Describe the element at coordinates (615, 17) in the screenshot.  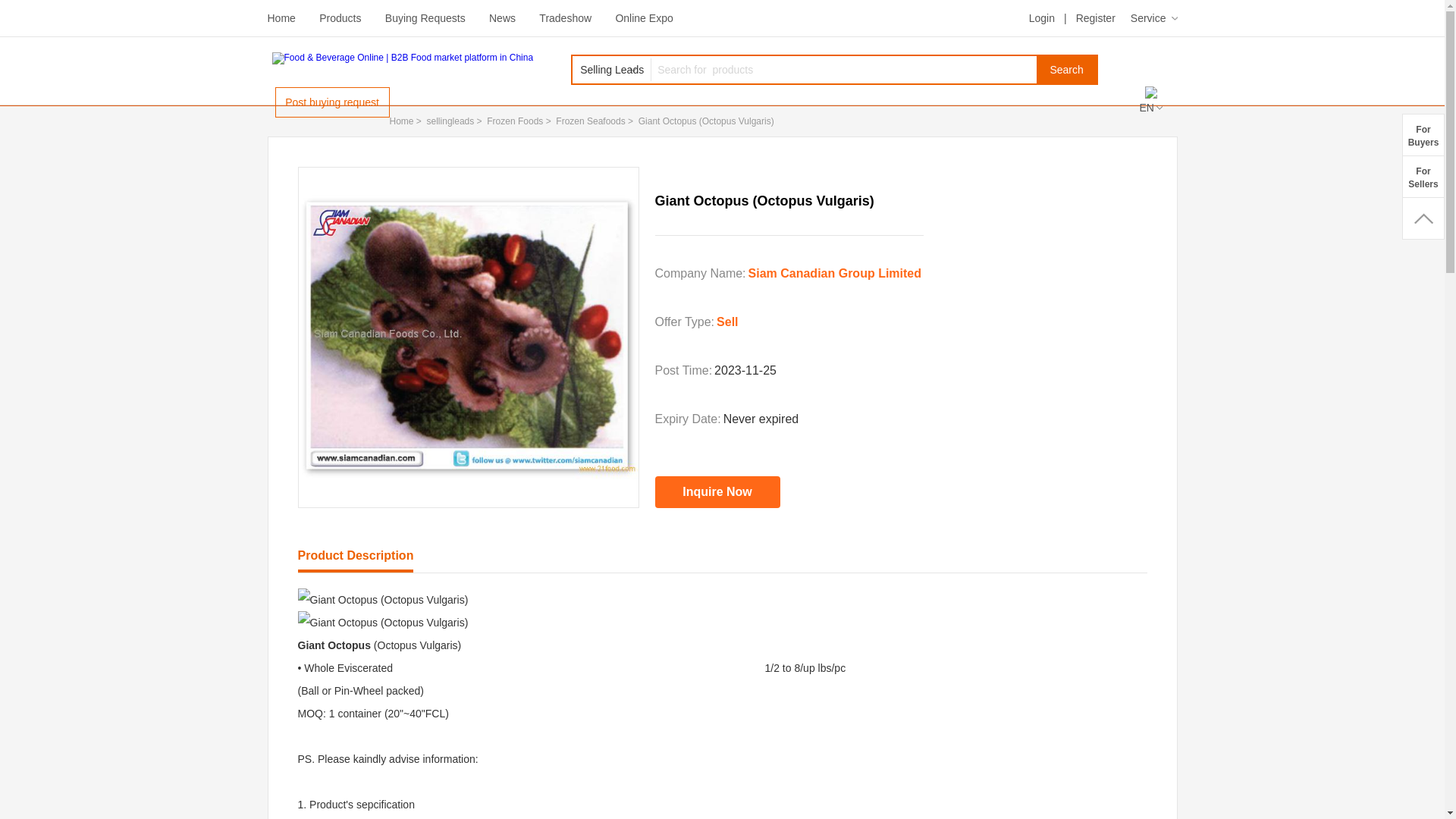
I see `'Online Expo'` at that location.